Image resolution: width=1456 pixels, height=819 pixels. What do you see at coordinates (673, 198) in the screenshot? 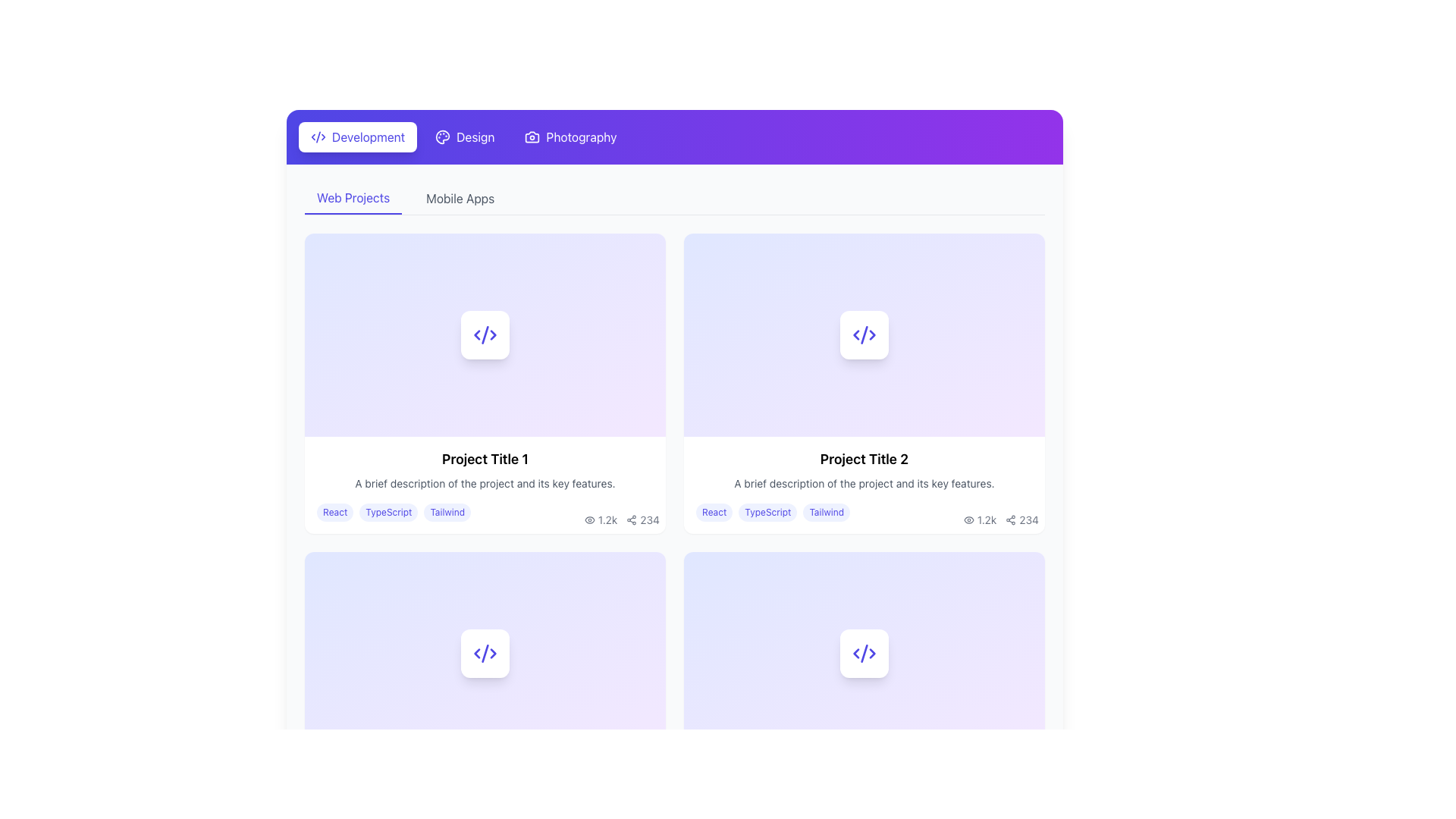
I see `the 'Mobile Apps' button in the Tab Selector` at bounding box center [673, 198].